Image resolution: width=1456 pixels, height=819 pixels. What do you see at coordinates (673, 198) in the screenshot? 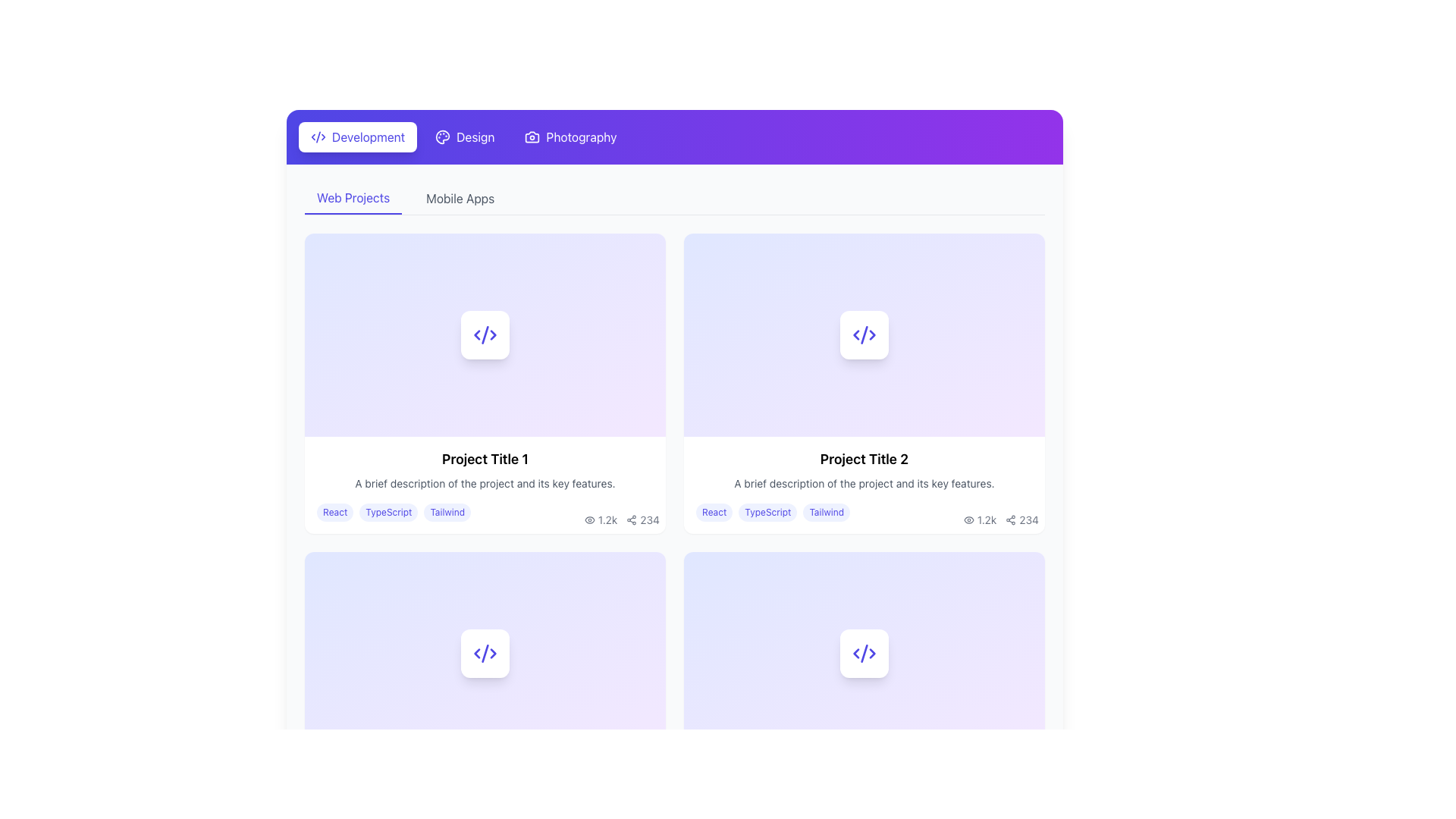
I see `the 'Mobile Apps' button in the Tab Selector` at bounding box center [673, 198].